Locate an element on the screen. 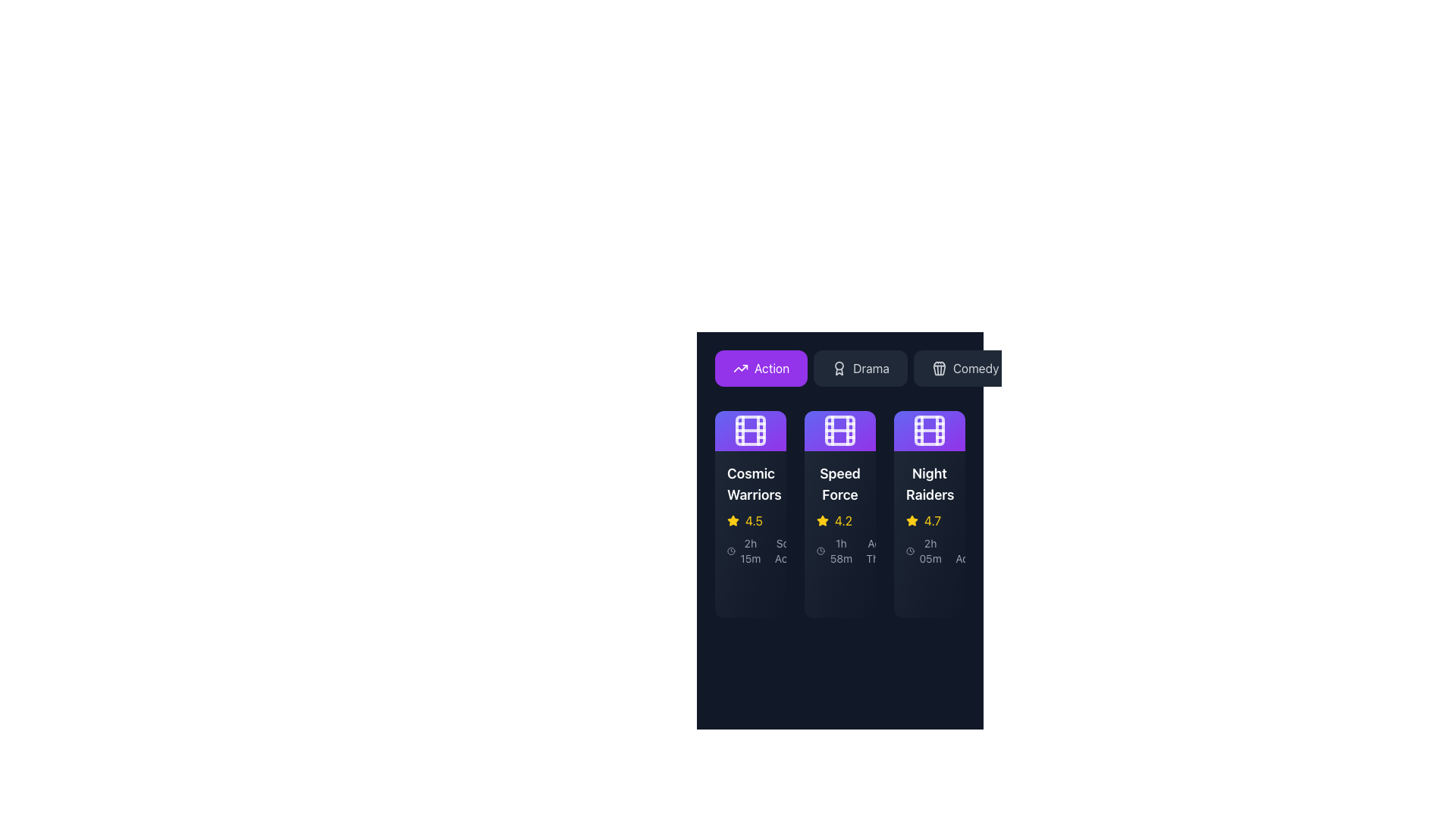  the 'Drama' category selector button, which is the second button in a row of three, positioned centrally above movie cards is located at coordinates (860, 369).